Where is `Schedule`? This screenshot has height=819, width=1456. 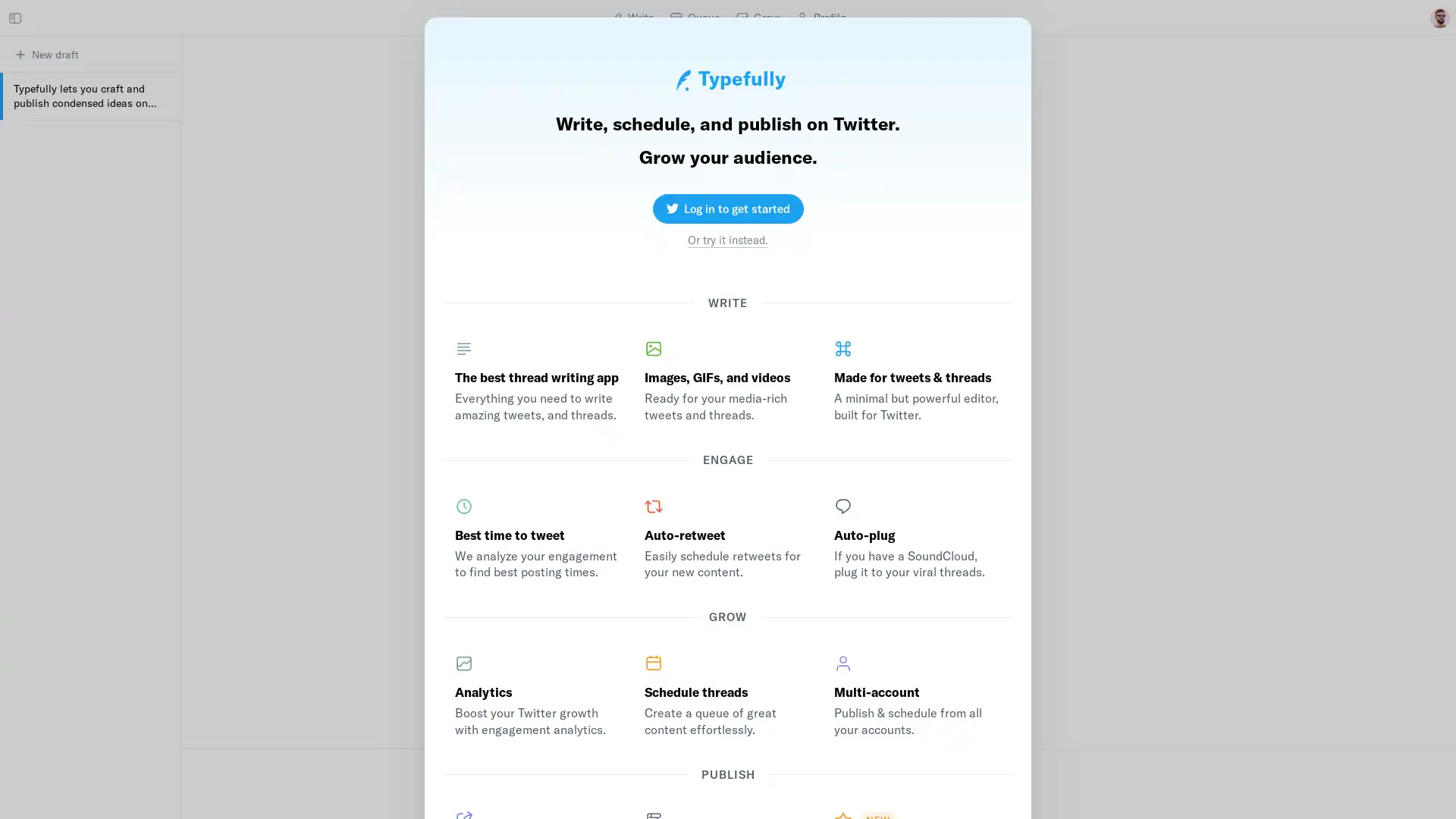
Schedule is located at coordinates (715, 795).